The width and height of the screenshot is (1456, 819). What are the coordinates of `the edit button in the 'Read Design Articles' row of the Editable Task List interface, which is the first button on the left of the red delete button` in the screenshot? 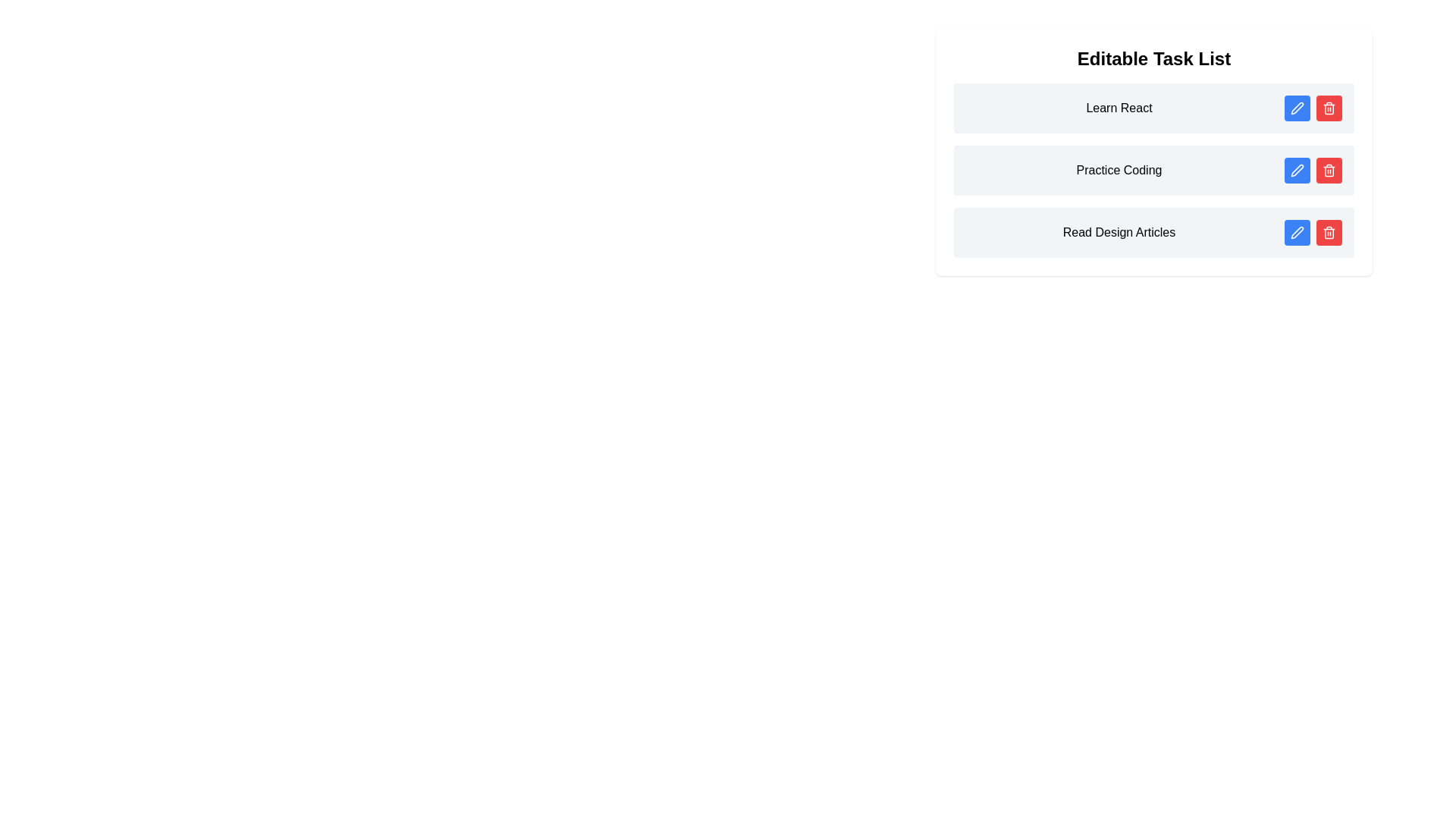 It's located at (1296, 233).